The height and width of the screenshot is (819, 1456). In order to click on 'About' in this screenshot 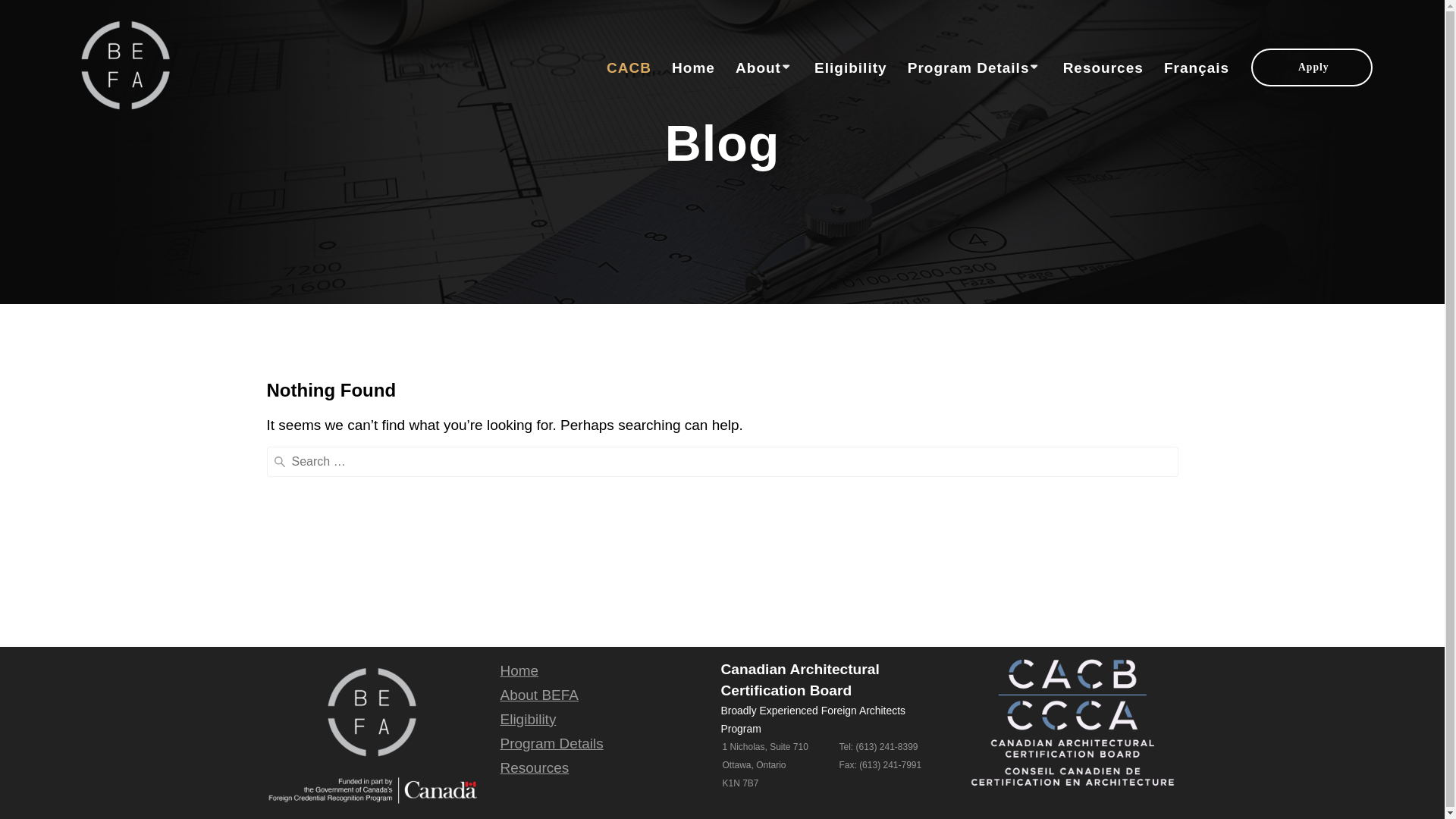, I will do `click(764, 67)`.